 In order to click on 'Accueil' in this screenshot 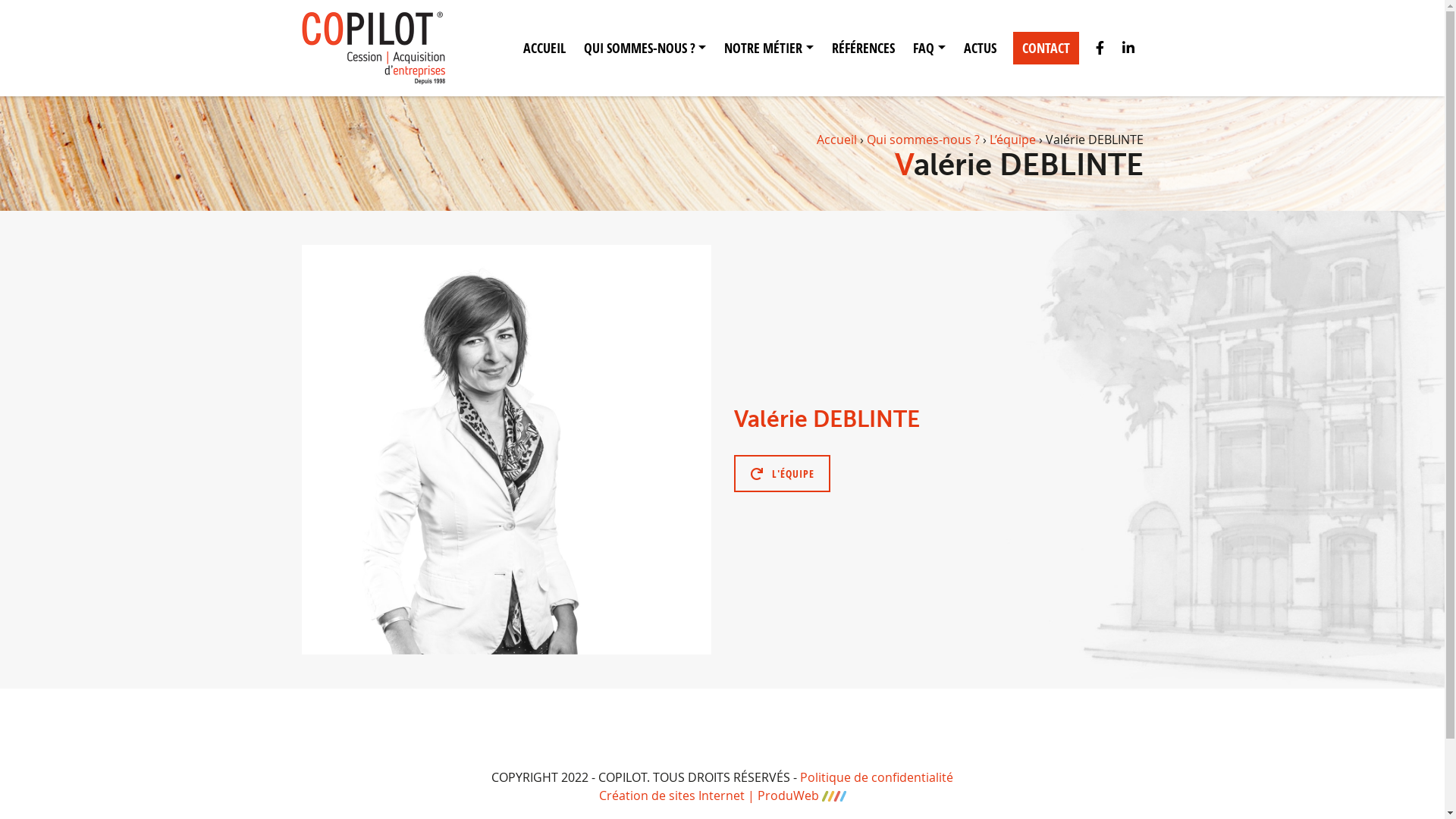, I will do `click(835, 140)`.